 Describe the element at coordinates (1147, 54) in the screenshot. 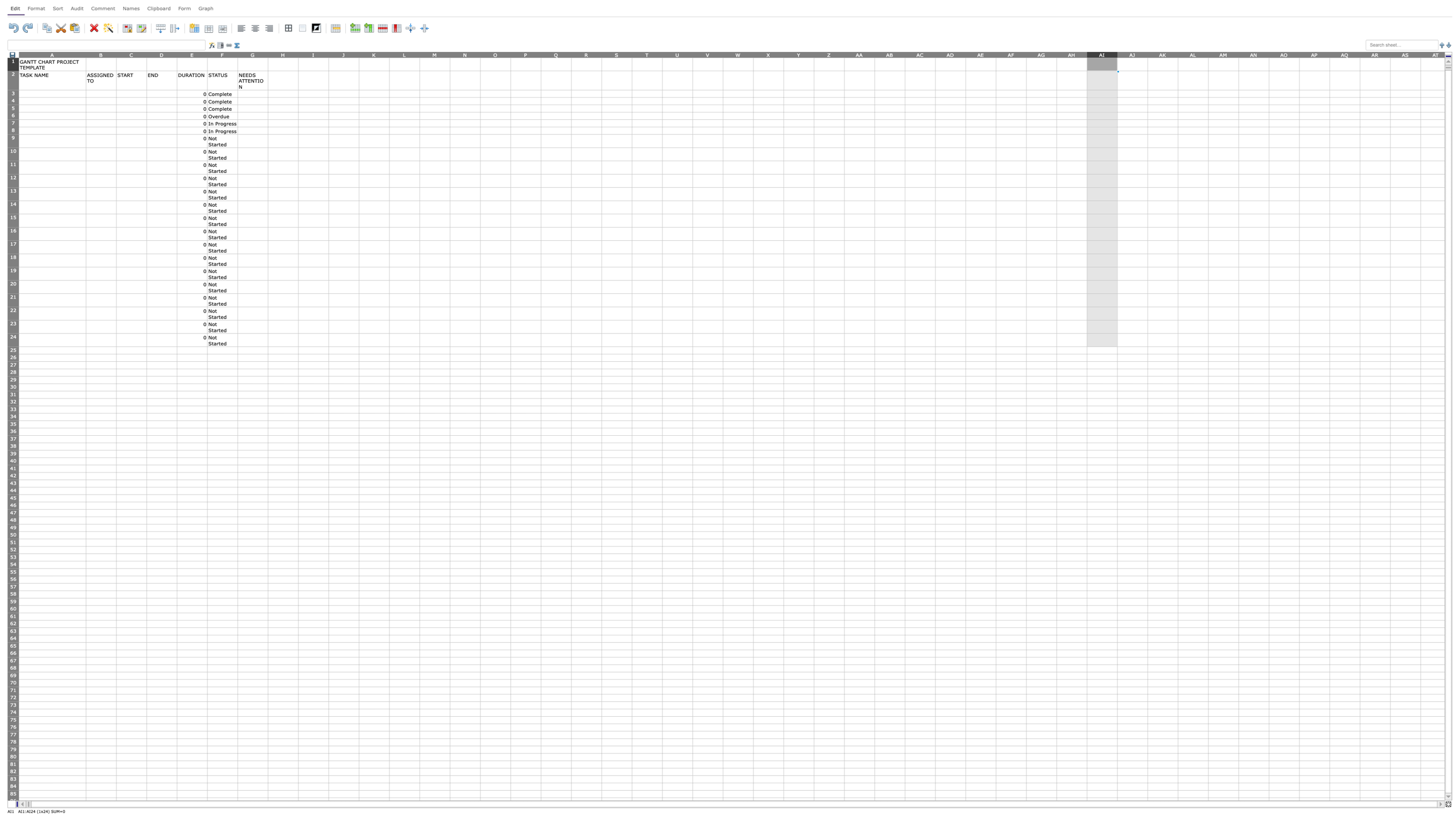

I see `column AJ's right edge for resizing` at that location.